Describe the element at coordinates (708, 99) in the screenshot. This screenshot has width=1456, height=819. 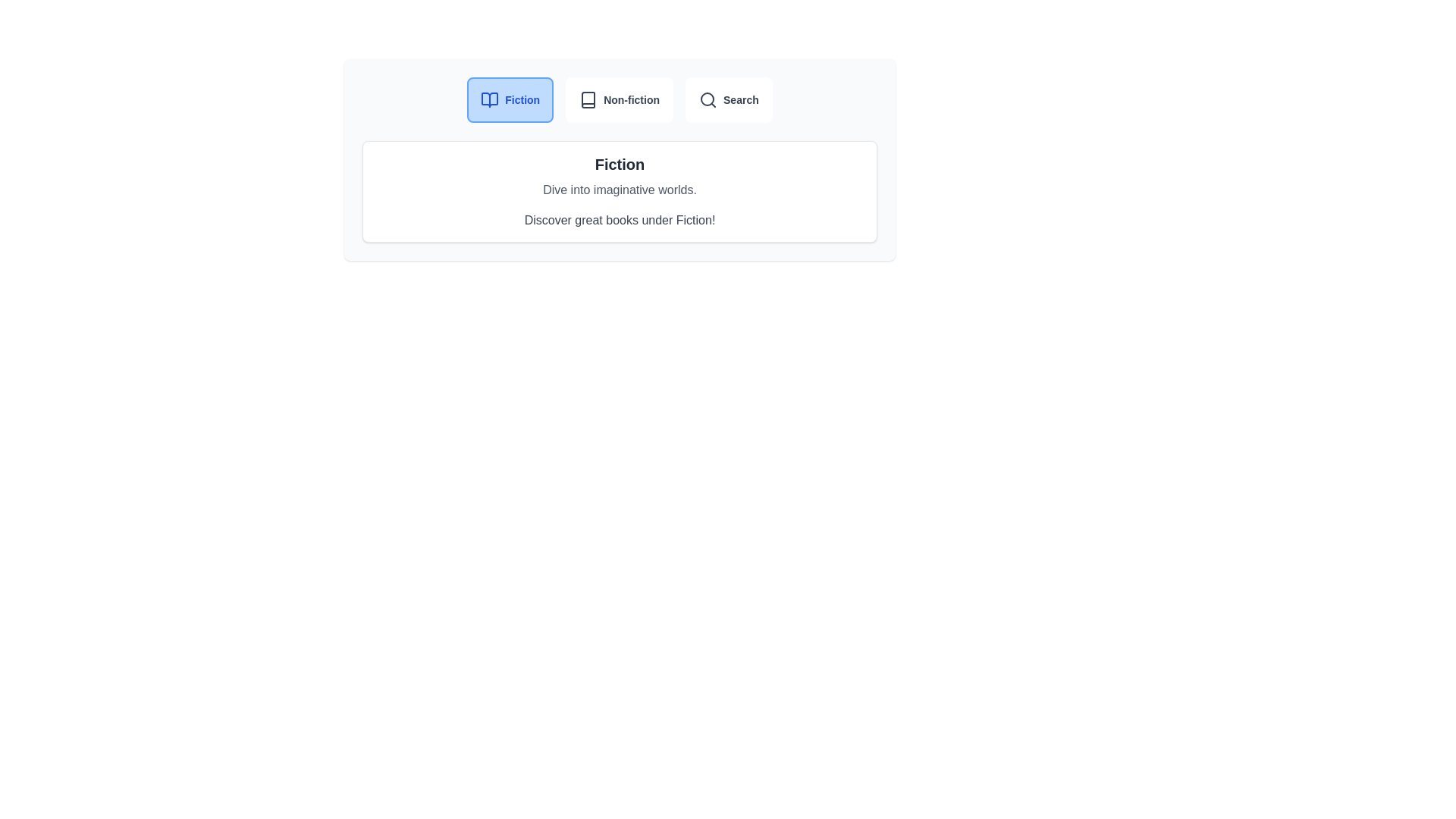
I see `the 'Search' button that contains the magnifying glass icon` at that location.